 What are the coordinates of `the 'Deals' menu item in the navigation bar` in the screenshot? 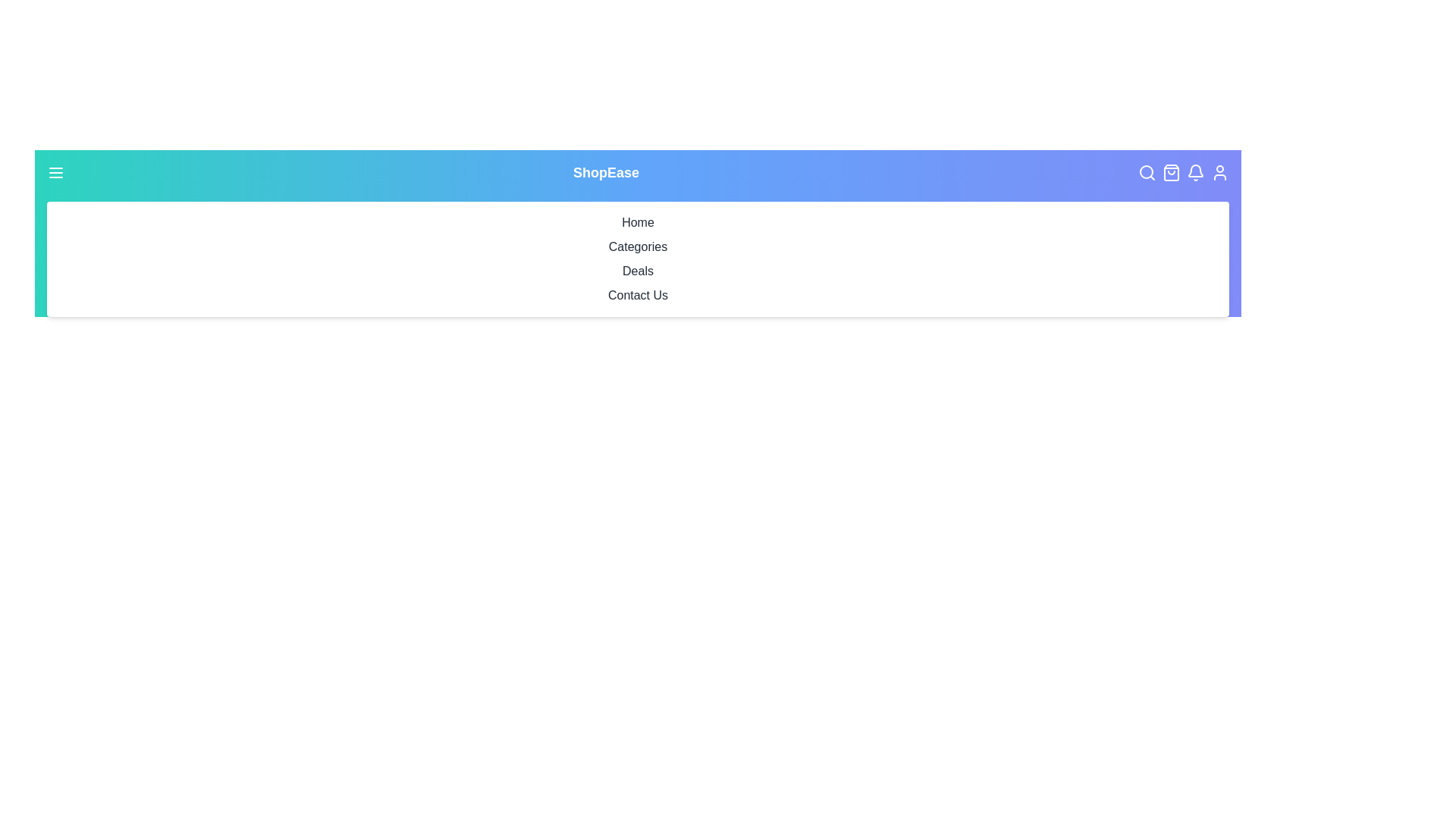 It's located at (638, 271).